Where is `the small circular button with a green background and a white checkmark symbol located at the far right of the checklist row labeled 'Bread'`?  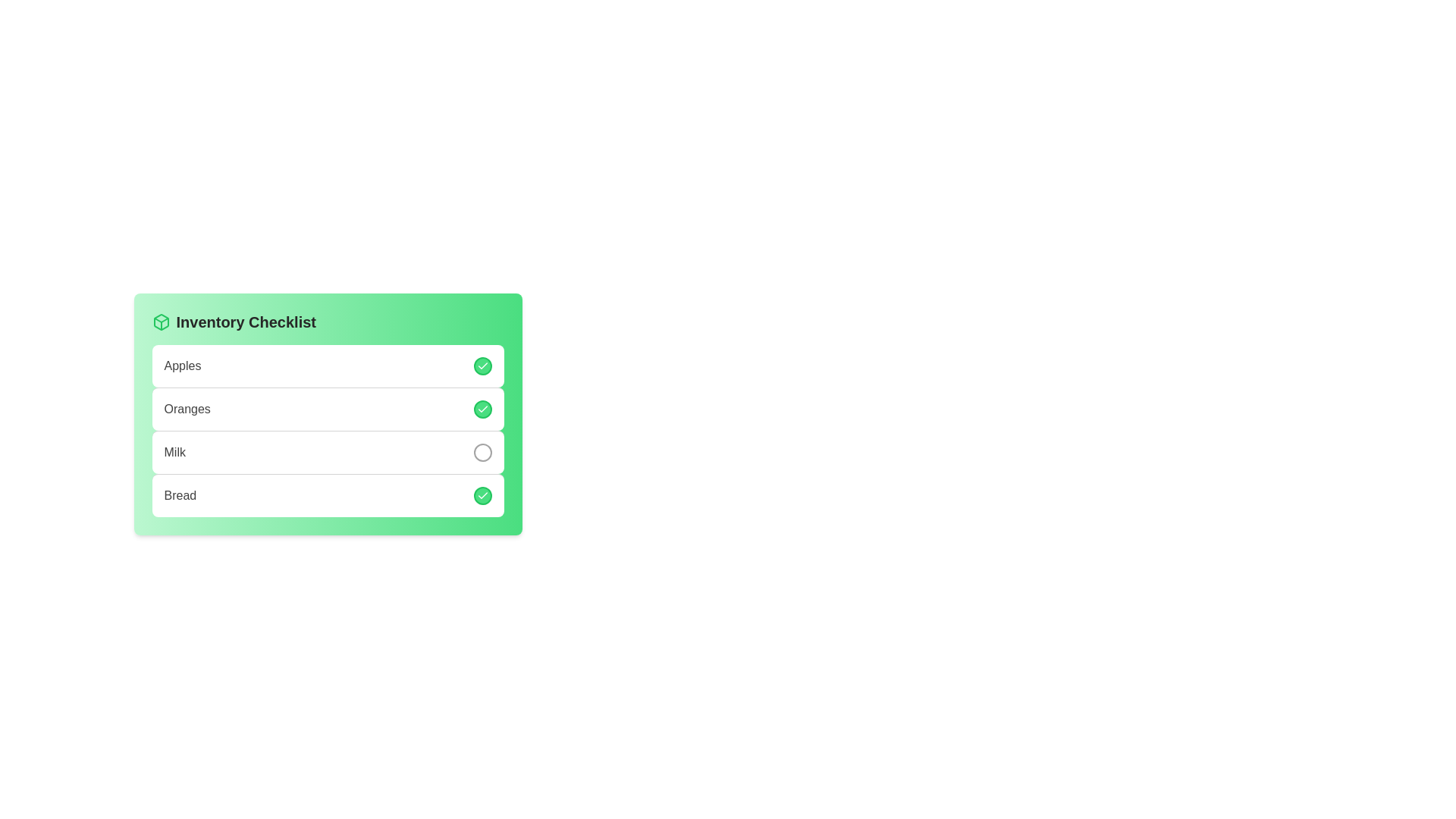
the small circular button with a green background and a white checkmark symbol located at the far right of the checklist row labeled 'Bread' is located at coordinates (482, 496).